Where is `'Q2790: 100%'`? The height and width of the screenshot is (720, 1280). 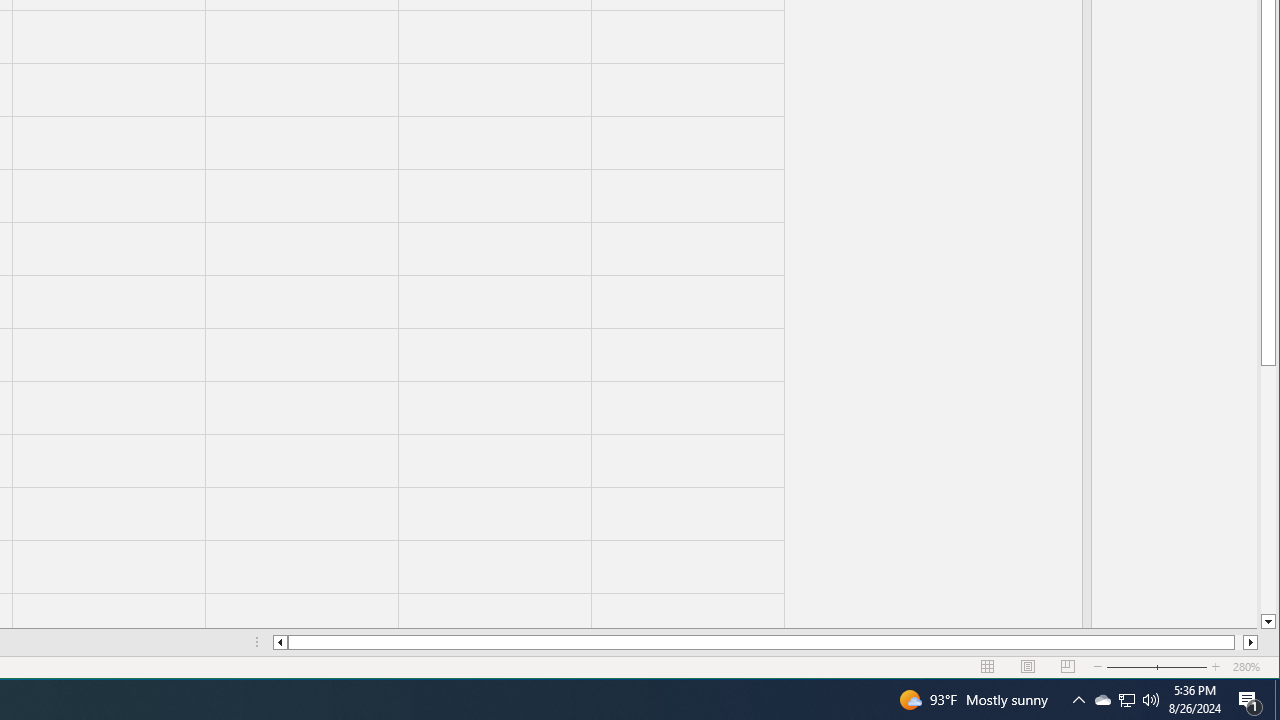
'Q2790: 100%' is located at coordinates (1151, 698).